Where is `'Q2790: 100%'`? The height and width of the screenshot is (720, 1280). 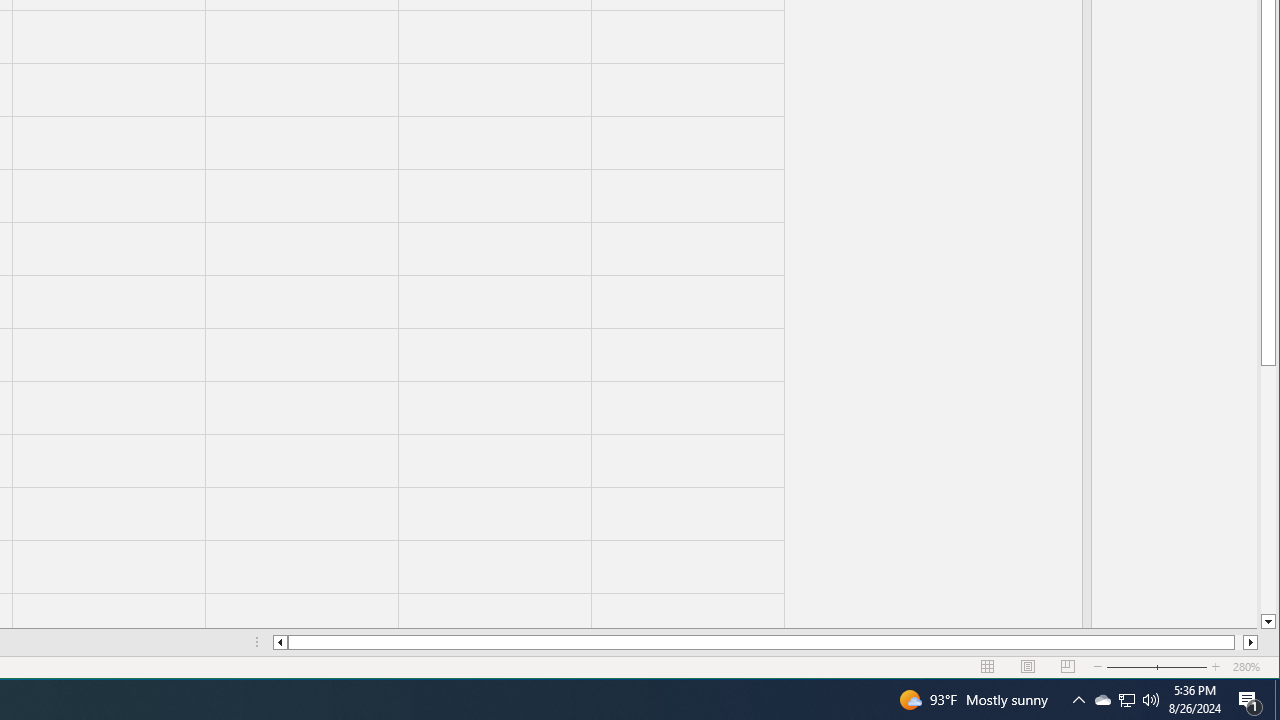
'Q2790: 100%' is located at coordinates (1151, 698).